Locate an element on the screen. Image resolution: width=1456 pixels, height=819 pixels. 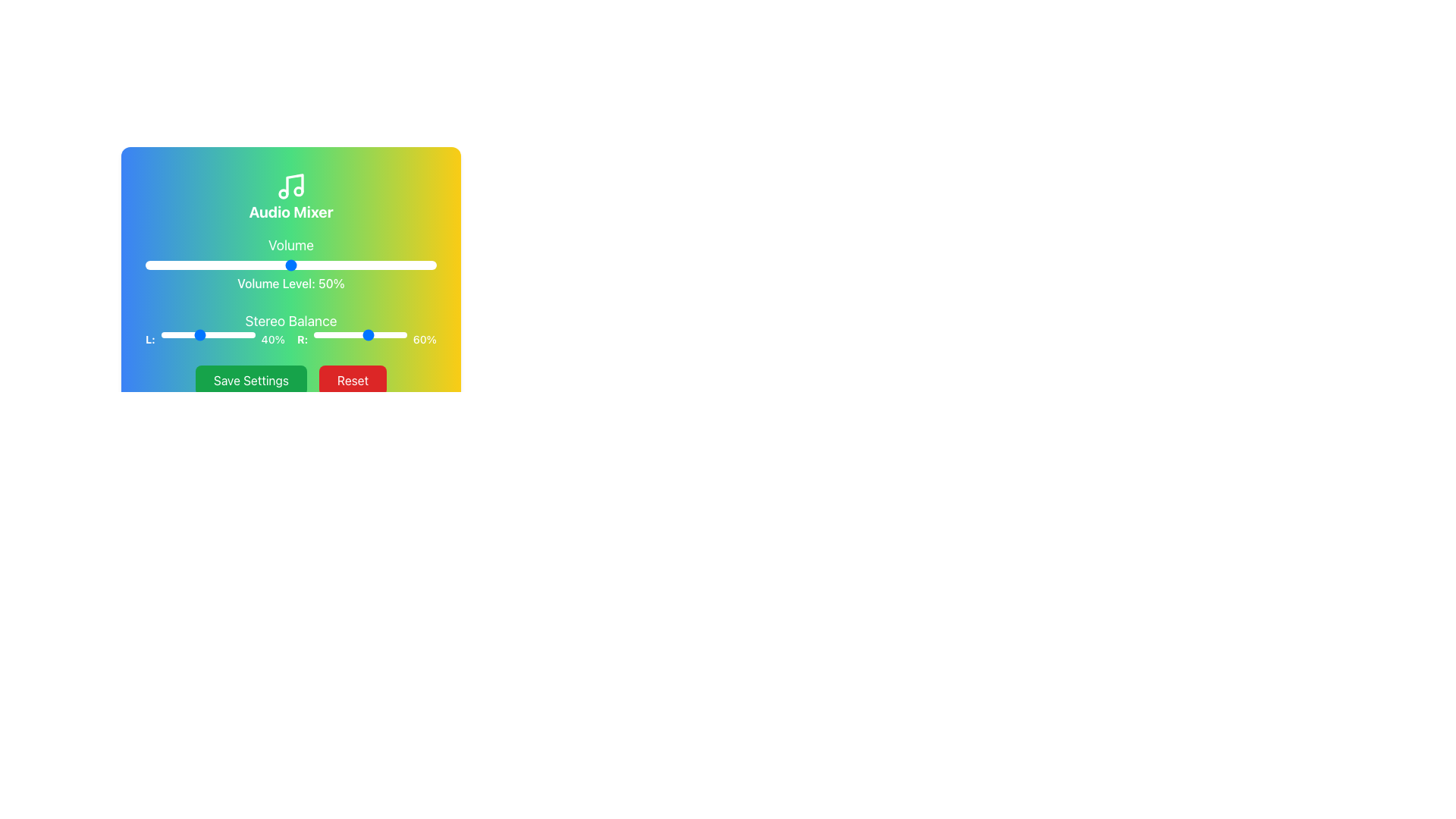
the slider is located at coordinates (177, 334).